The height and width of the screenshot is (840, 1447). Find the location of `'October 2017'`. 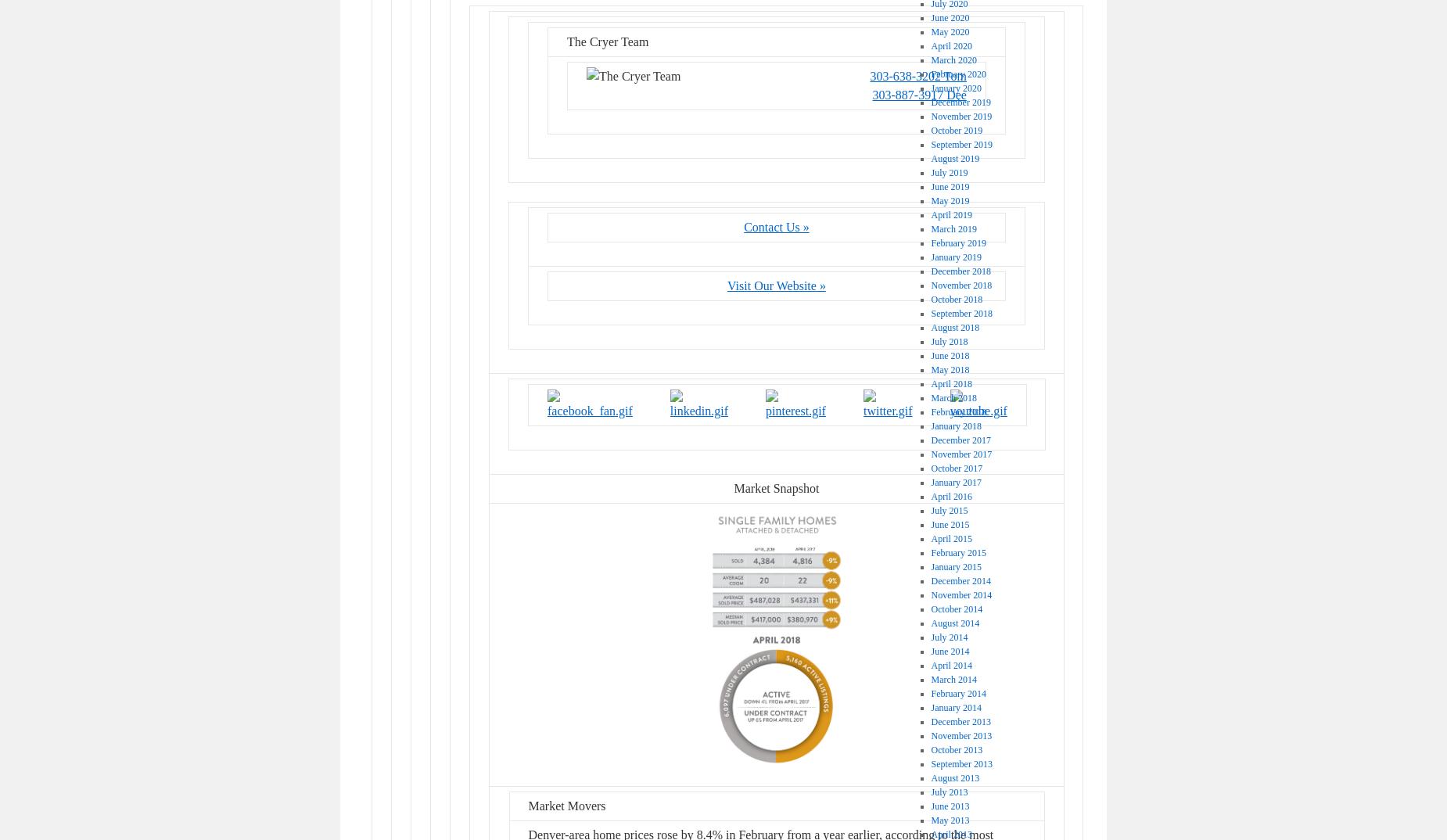

'October 2017' is located at coordinates (956, 468).